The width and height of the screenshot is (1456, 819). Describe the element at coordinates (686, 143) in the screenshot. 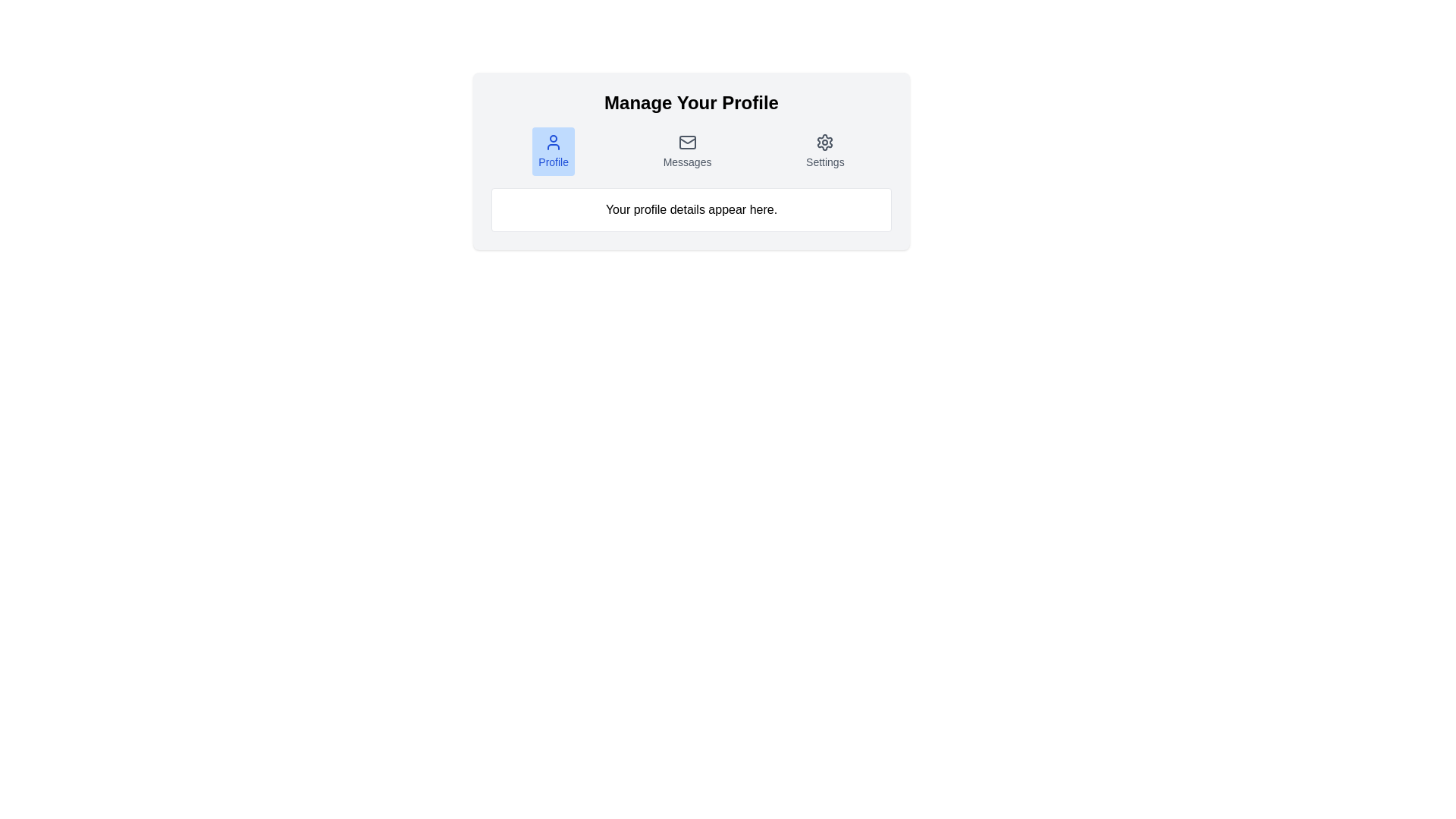

I see `the envelope-shaped icon located centrally within the 'Messages' button, which is the middle option in a horizontal group of three buttons ('Profile', 'Messages', 'Settings')` at that location.